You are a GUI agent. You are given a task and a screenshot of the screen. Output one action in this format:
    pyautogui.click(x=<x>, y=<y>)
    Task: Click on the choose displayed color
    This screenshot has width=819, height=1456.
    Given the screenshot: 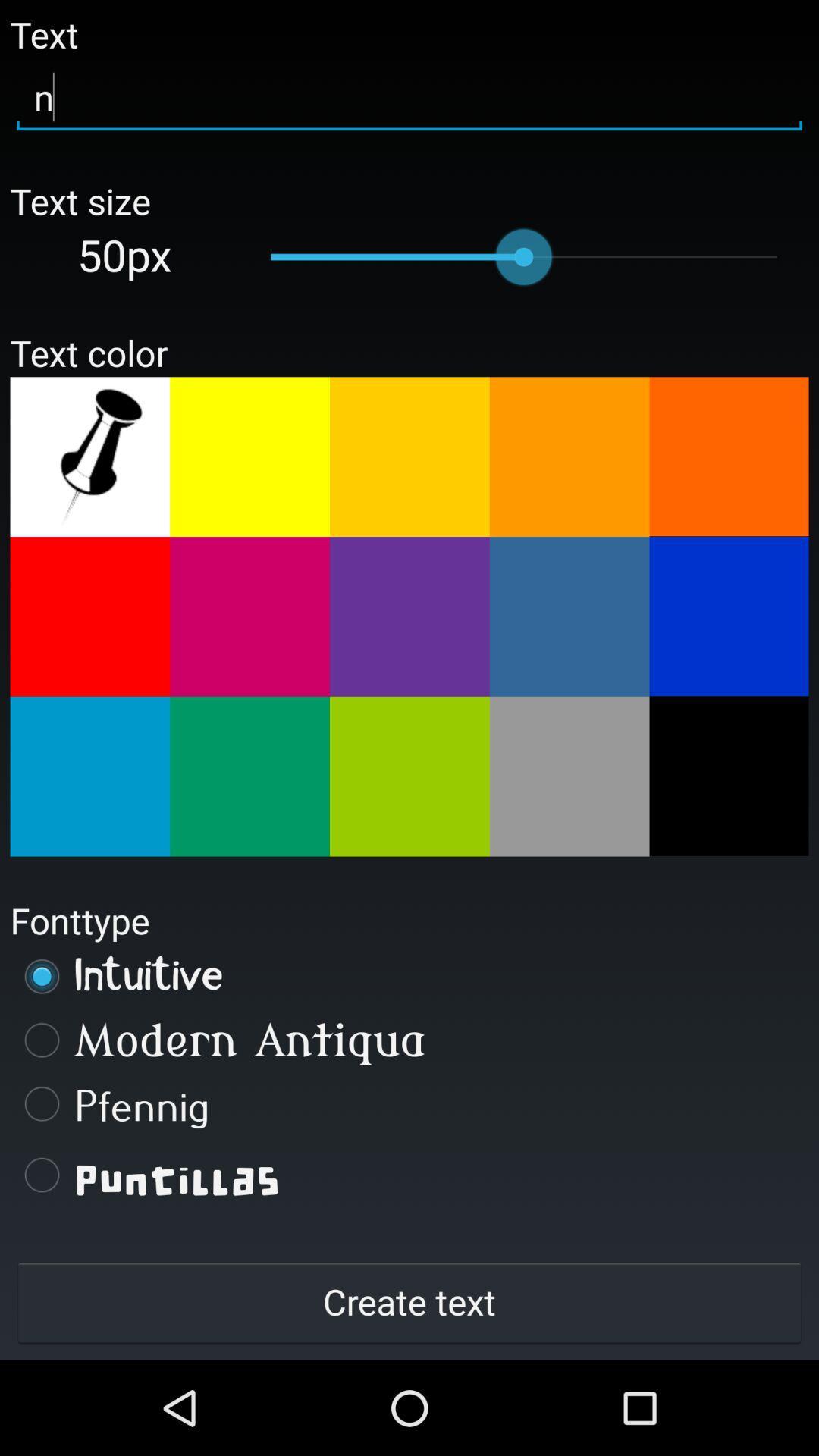 What is the action you would take?
    pyautogui.click(x=409, y=777)
    